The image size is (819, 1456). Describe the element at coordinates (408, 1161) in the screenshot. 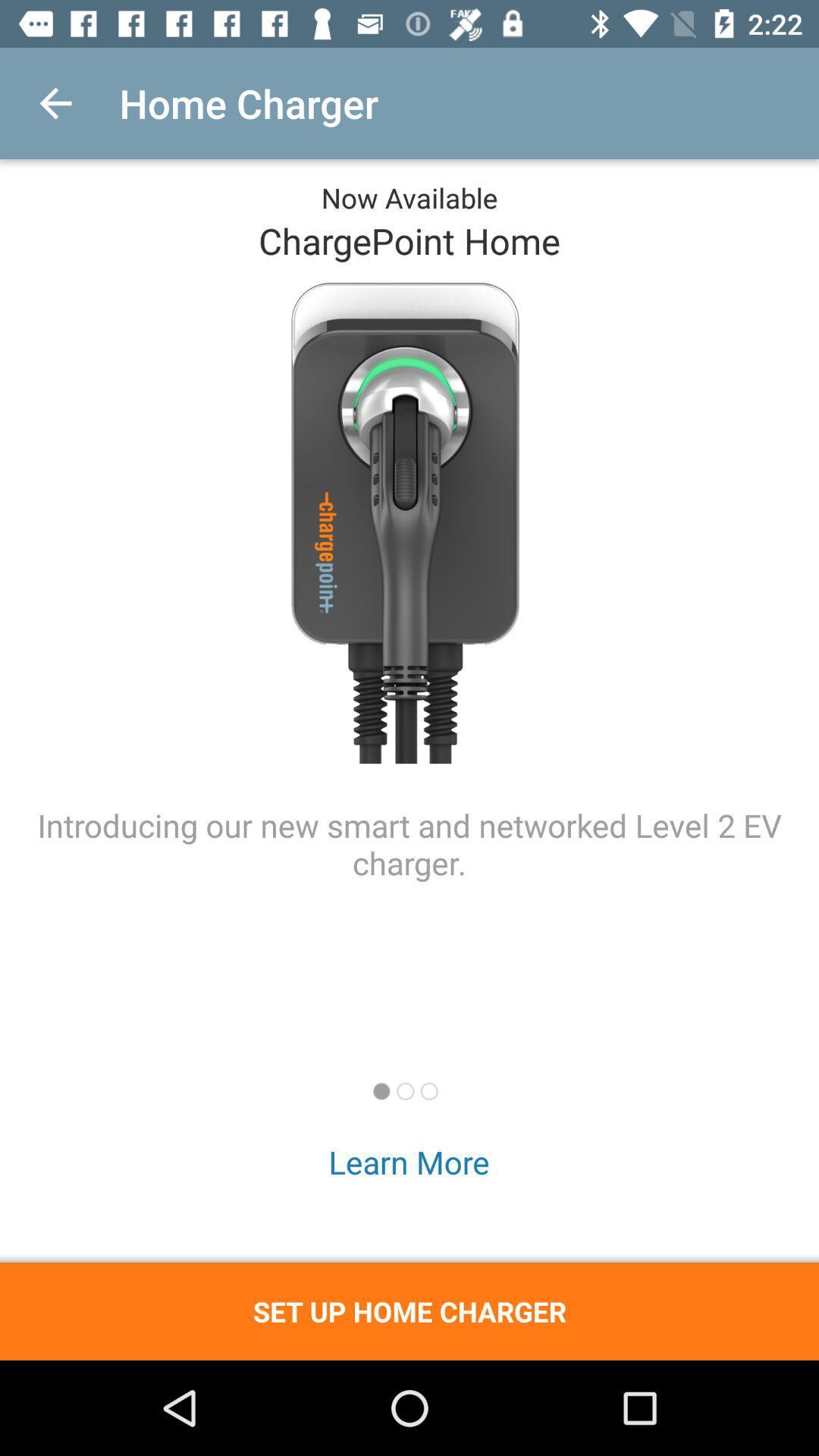

I see `the learn more item` at that location.